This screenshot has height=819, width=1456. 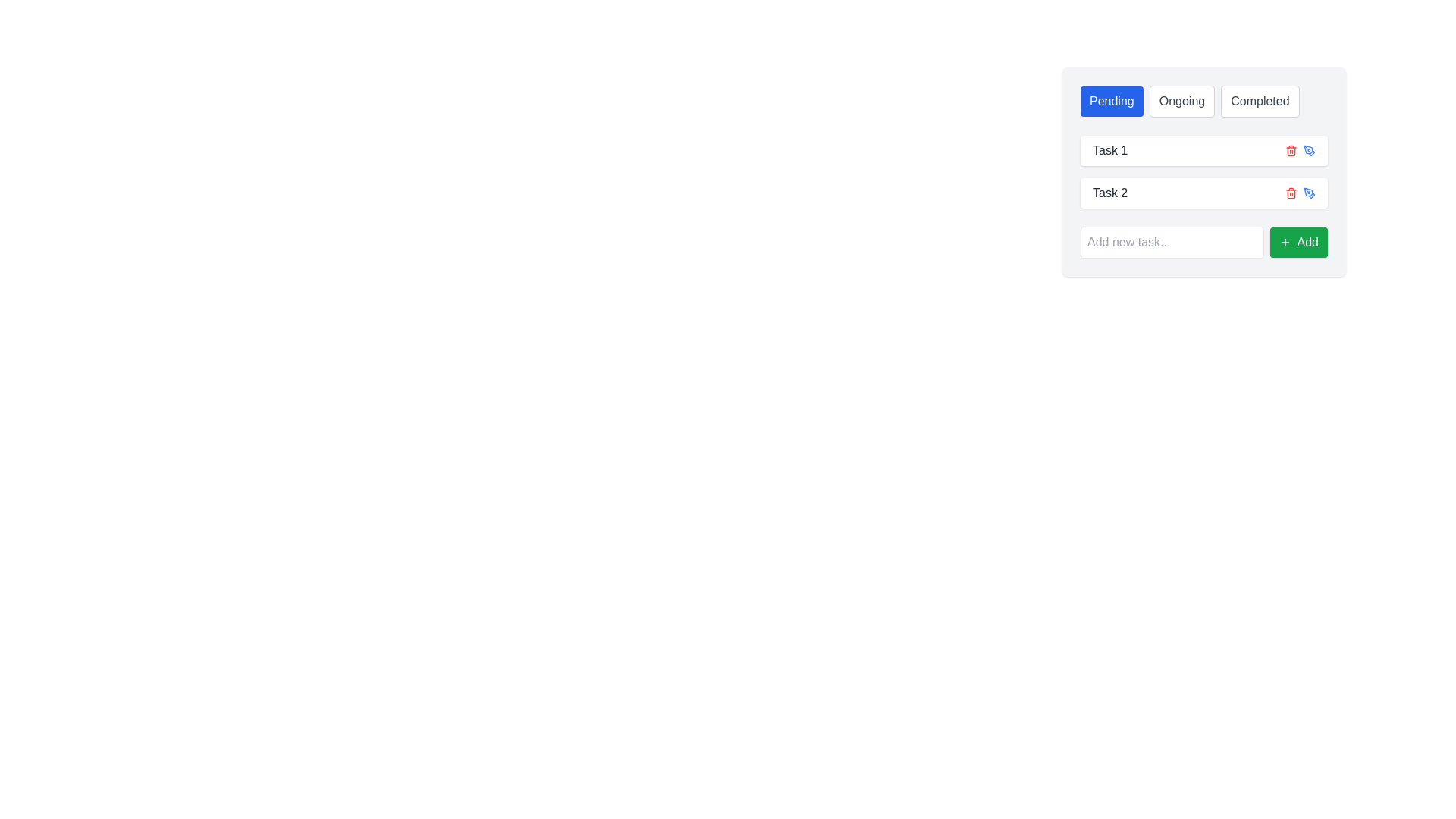 What do you see at coordinates (1203, 102) in the screenshot?
I see `the 'Ongoing' button in the Tab navigation bar` at bounding box center [1203, 102].